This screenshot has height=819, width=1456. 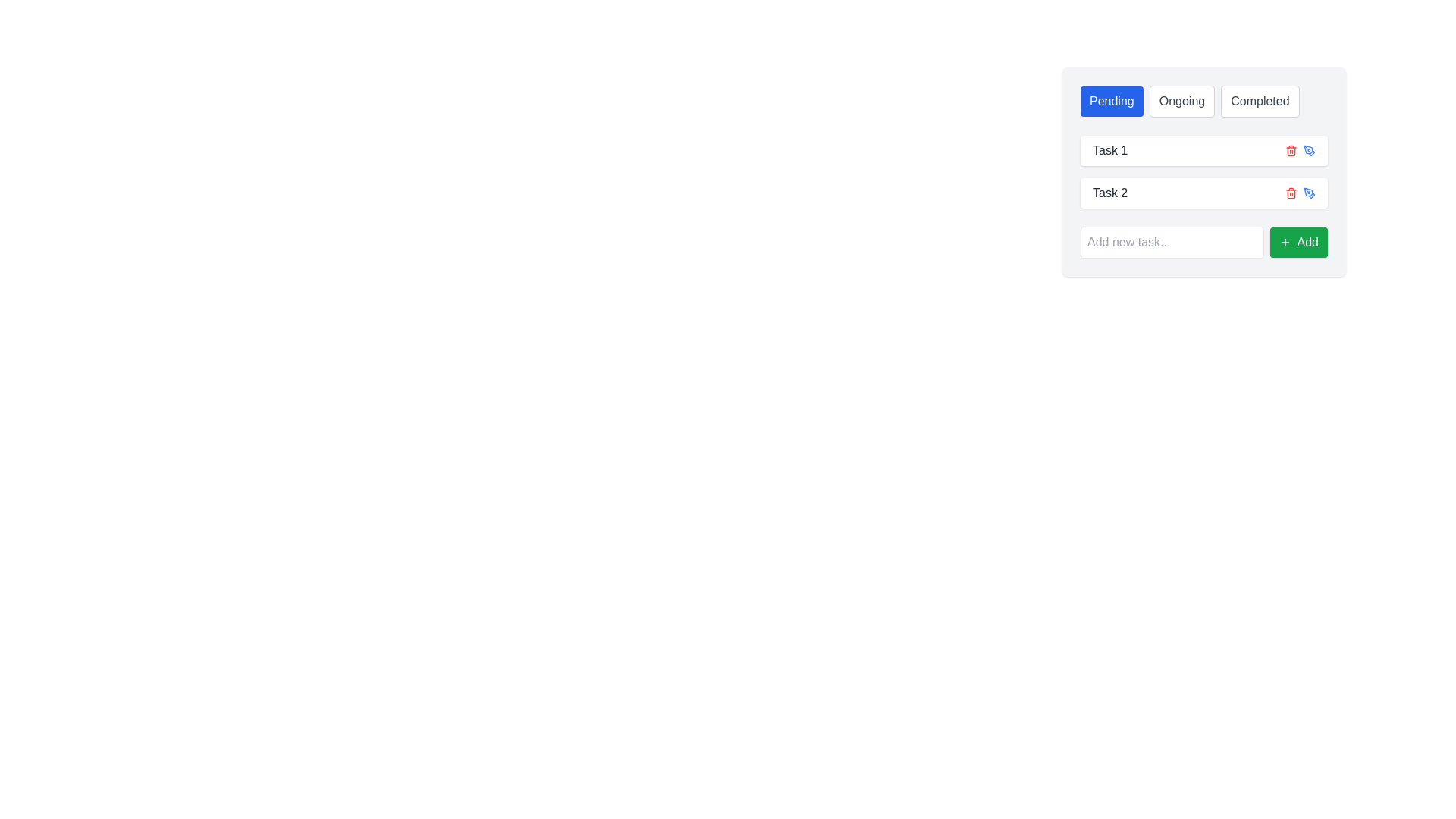 What do you see at coordinates (1203, 102) in the screenshot?
I see `the 'Ongoing' button in the Tab navigation bar` at bounding box center [1203, 102].